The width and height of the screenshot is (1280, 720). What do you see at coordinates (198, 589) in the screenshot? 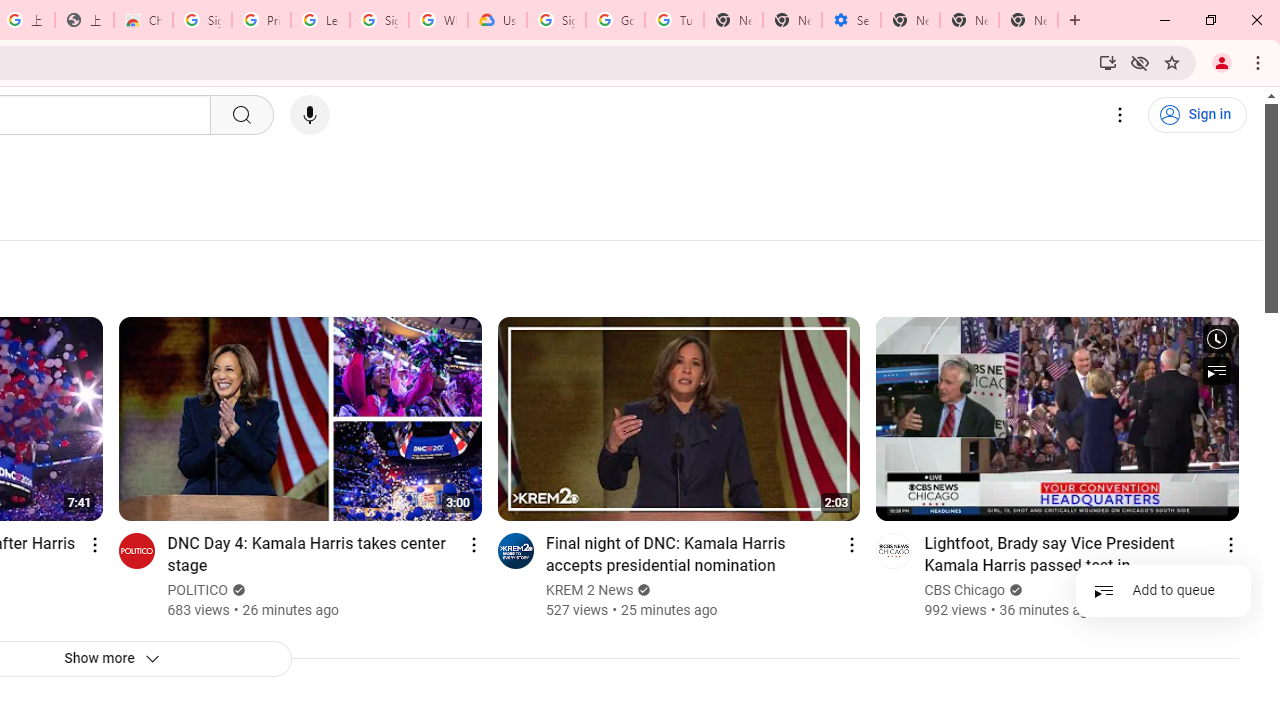
I see `'POLITICO'` at bounding box center [198, 589].